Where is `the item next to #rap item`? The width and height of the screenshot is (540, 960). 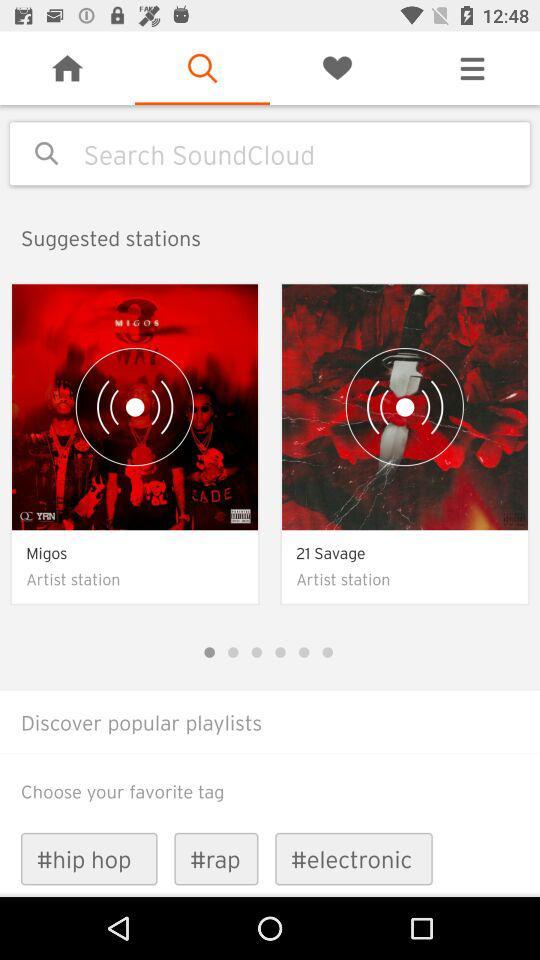
the item next to #rap item is located at coordinates (353, 858).